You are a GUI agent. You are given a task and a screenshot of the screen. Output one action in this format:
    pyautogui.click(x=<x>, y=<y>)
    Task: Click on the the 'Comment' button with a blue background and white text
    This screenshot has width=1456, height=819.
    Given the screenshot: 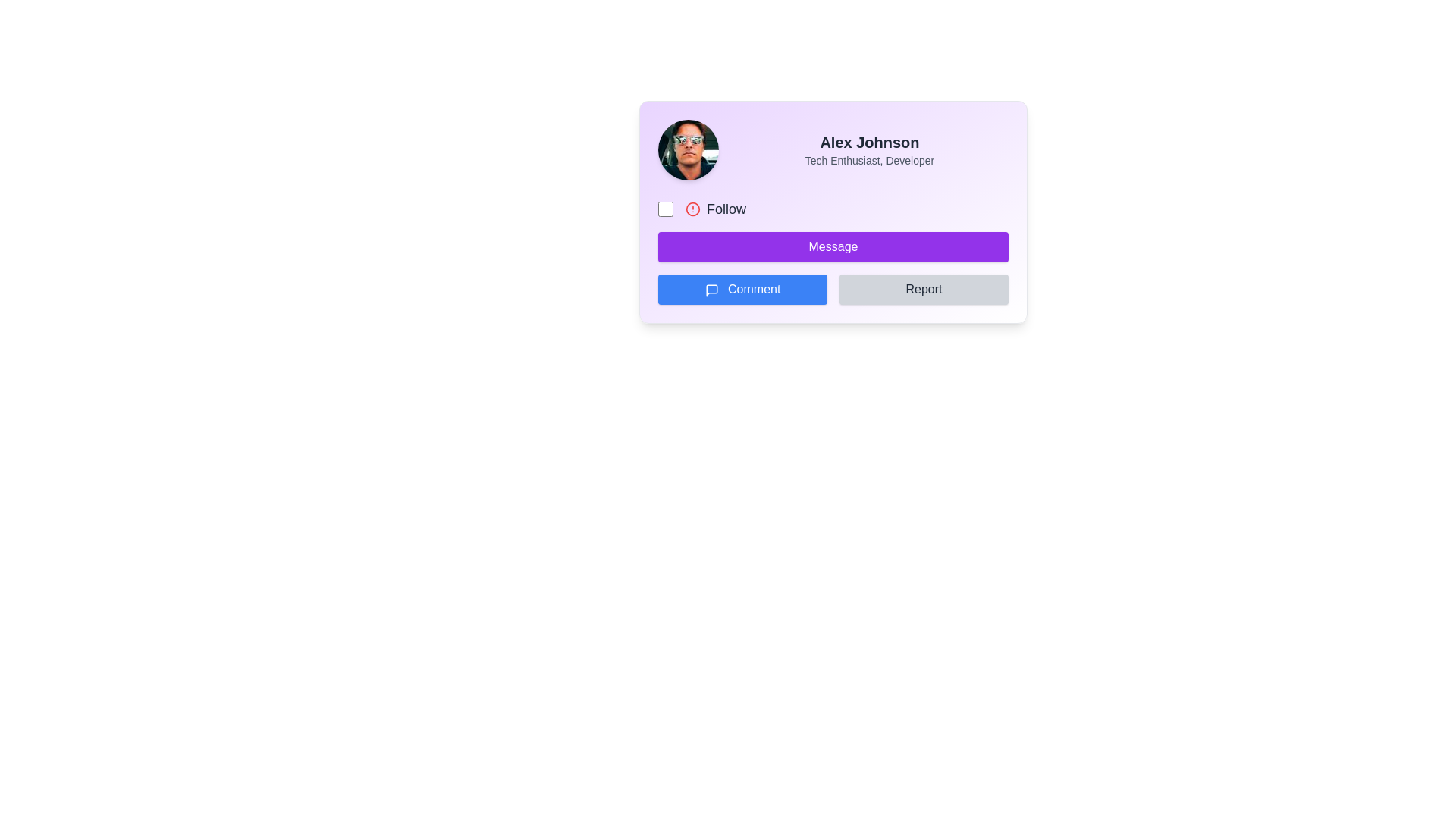 What is the action you would take?
    pyautogui.click(x=742, y=289)
    